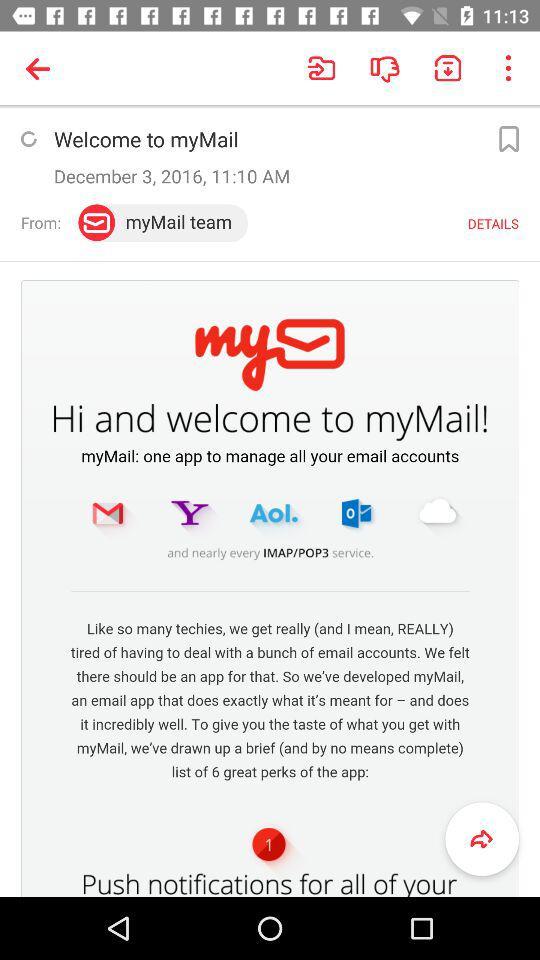  What do you see at coordinates (508, 138) in the screenshot?
I see `to bookmarks` at bounding box center [508, 138].